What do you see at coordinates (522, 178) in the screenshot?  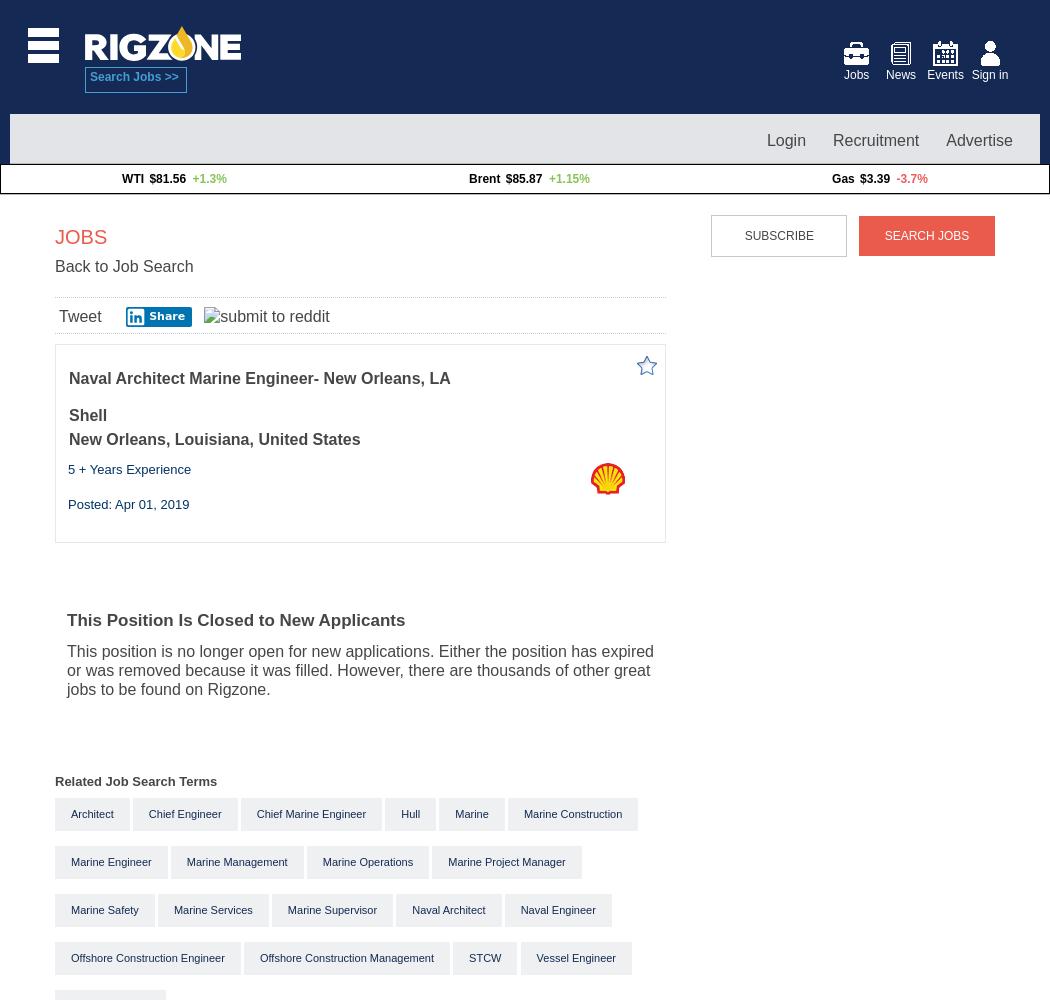 I see `'$85.87'` at bounding box center [522, 178].